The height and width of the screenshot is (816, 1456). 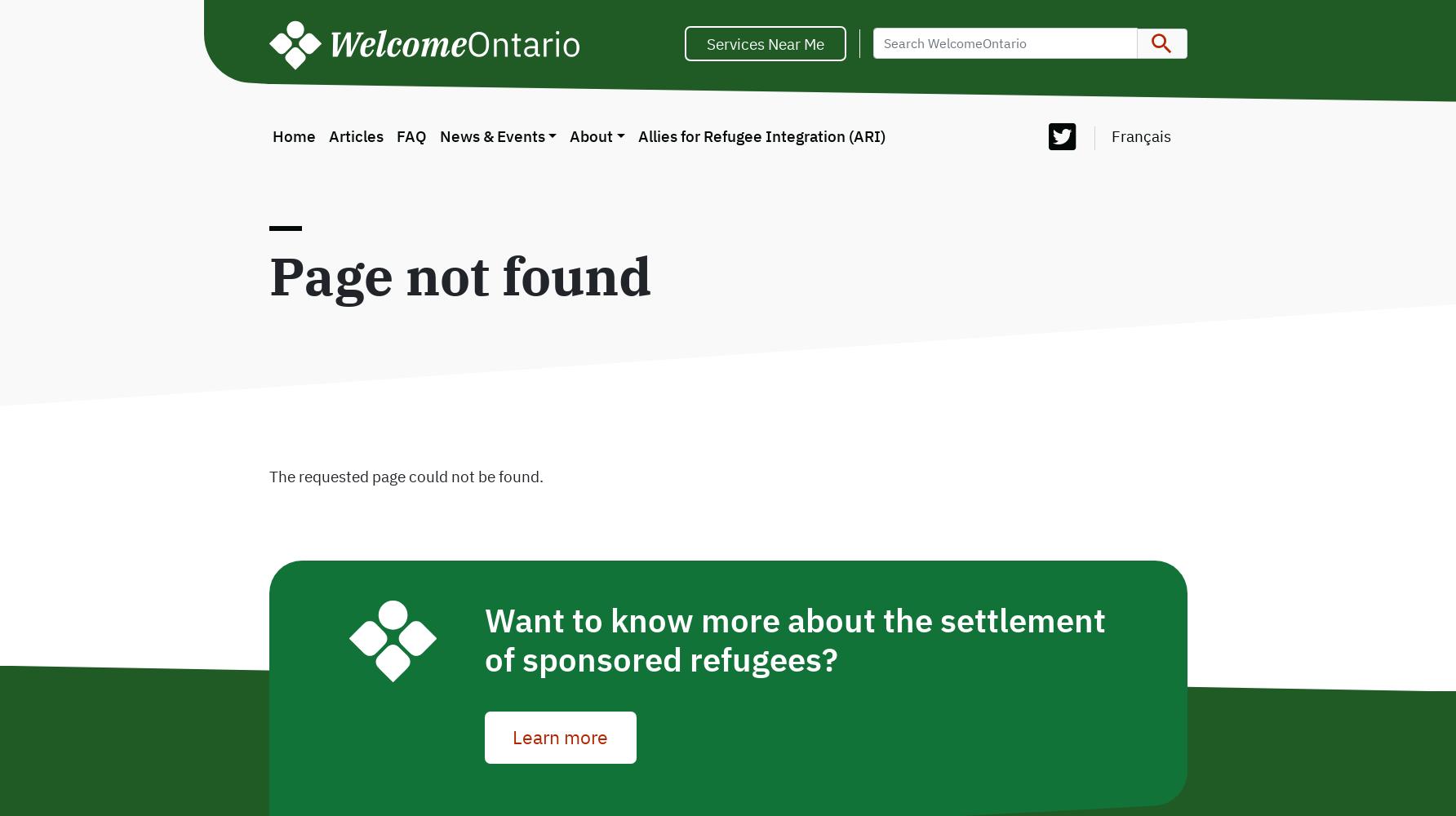 What do you see at coordinates (570, 135) in the screenshot?
I see `'About'` at bounding box center [570, 135].